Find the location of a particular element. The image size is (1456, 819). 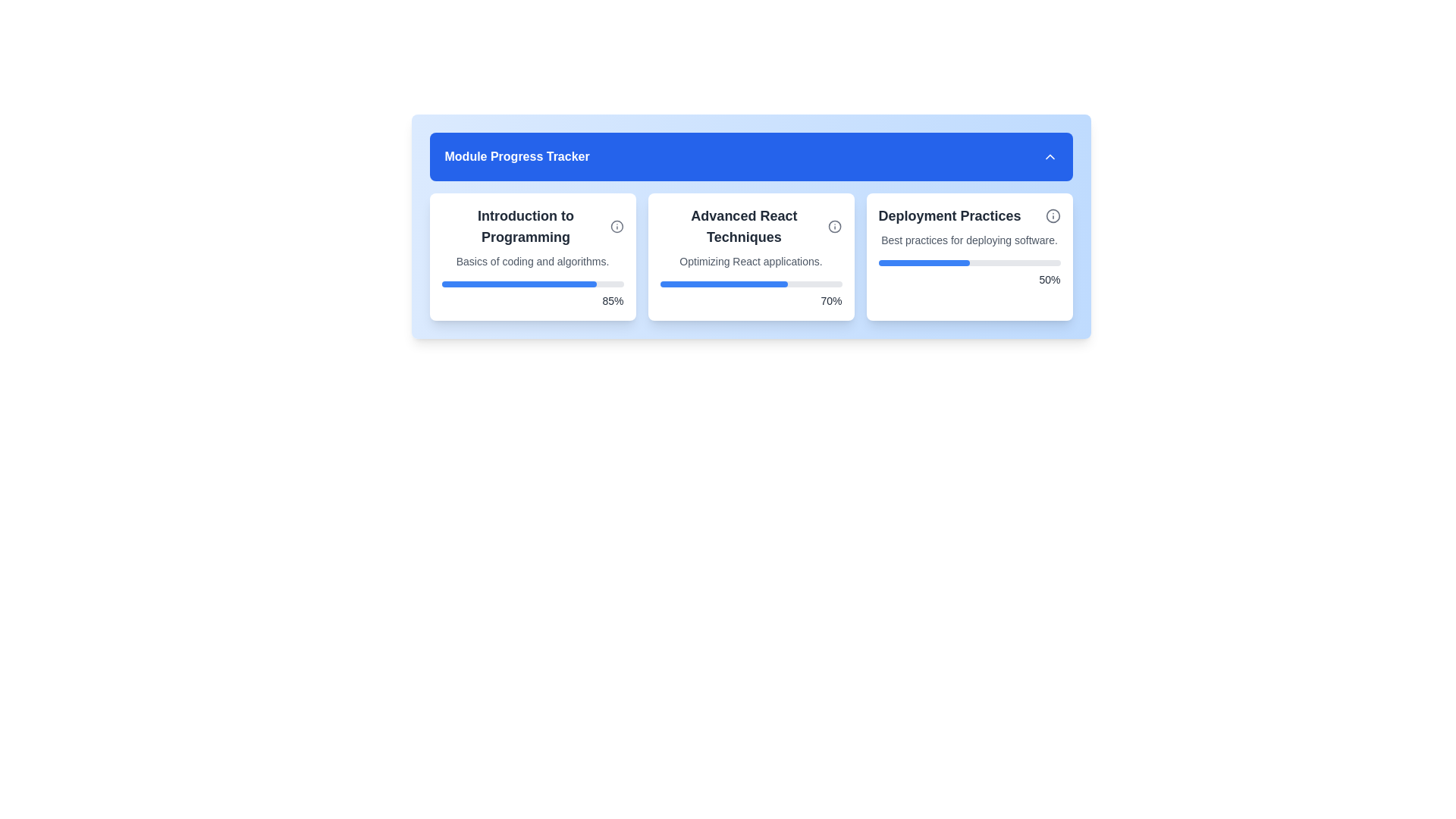

text component providing a brief description of the topic 'Deployment Practices,' located vertically below the title and centered within its card structure is located at coordinates (968, 239).